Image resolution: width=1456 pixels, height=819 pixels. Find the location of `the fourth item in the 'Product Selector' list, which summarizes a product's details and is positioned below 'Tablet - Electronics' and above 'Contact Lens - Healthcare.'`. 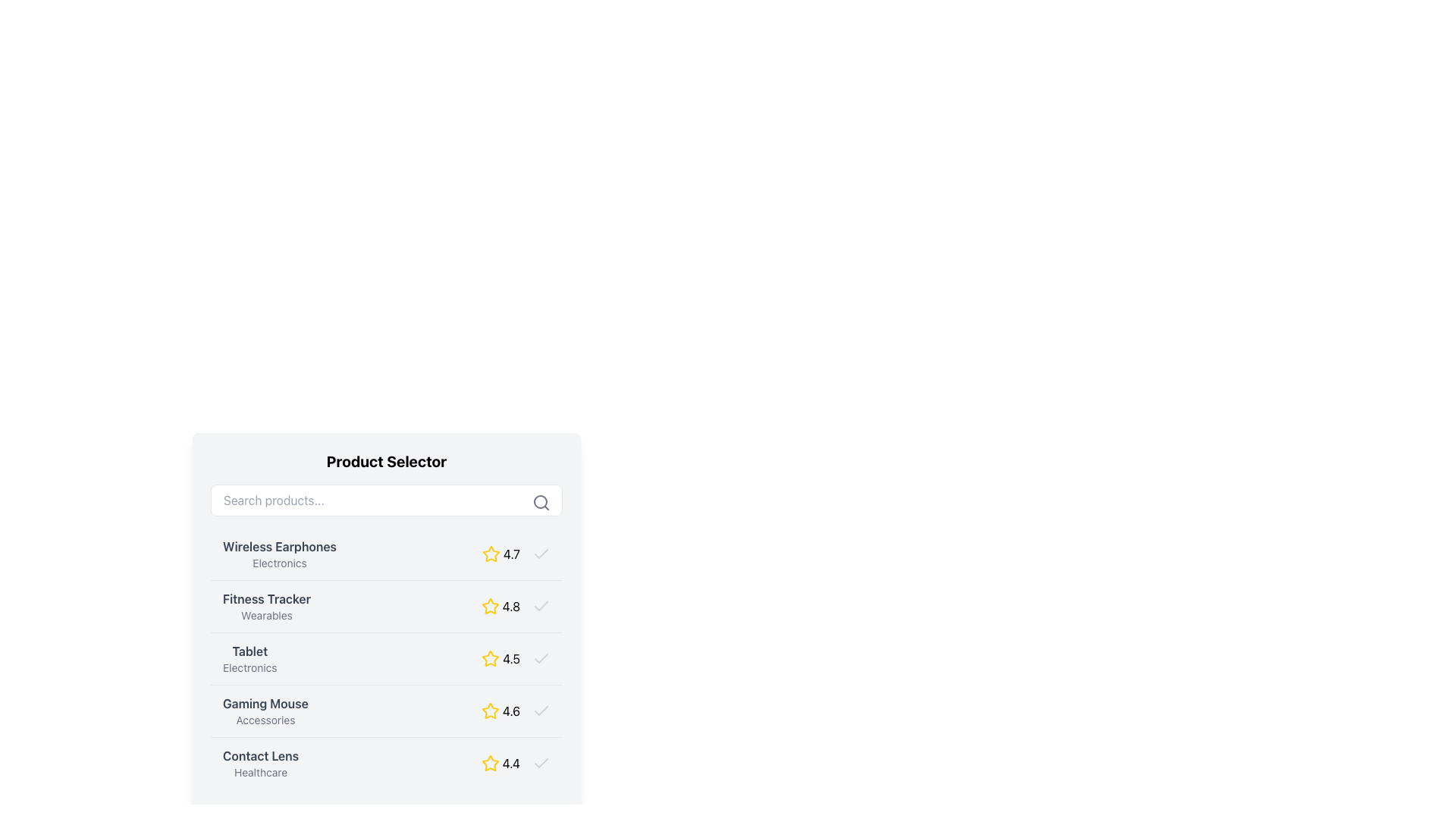

the fourth item in the 'Product Selector' list, which summarizes a product's details and is positioned below 'Tablet - Electronics' and above 'Contact Lens - Healthcare.' is located at coordinates (386, 711).